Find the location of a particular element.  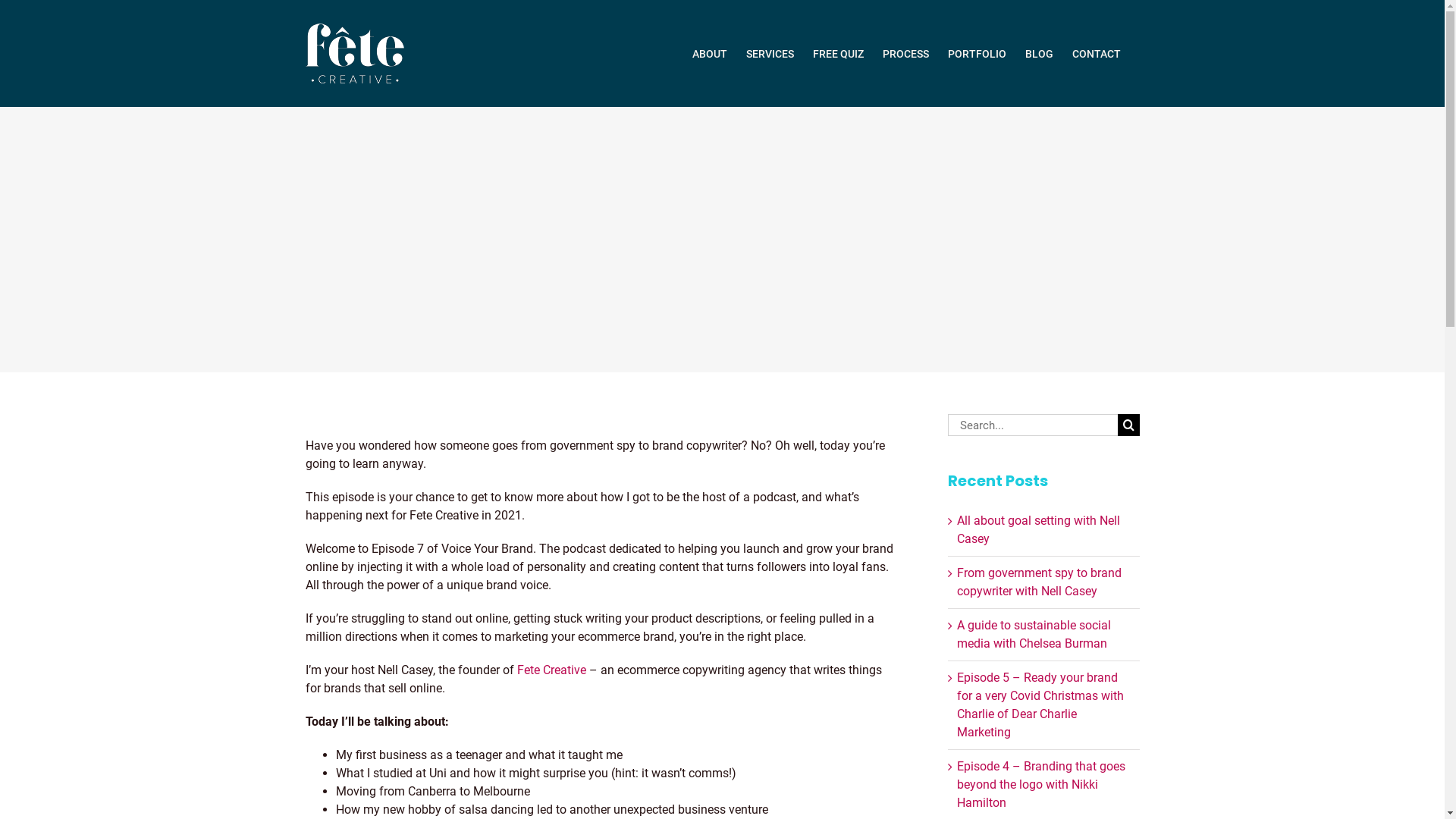

'CONTACT' is located at coordinates (1096, 52).